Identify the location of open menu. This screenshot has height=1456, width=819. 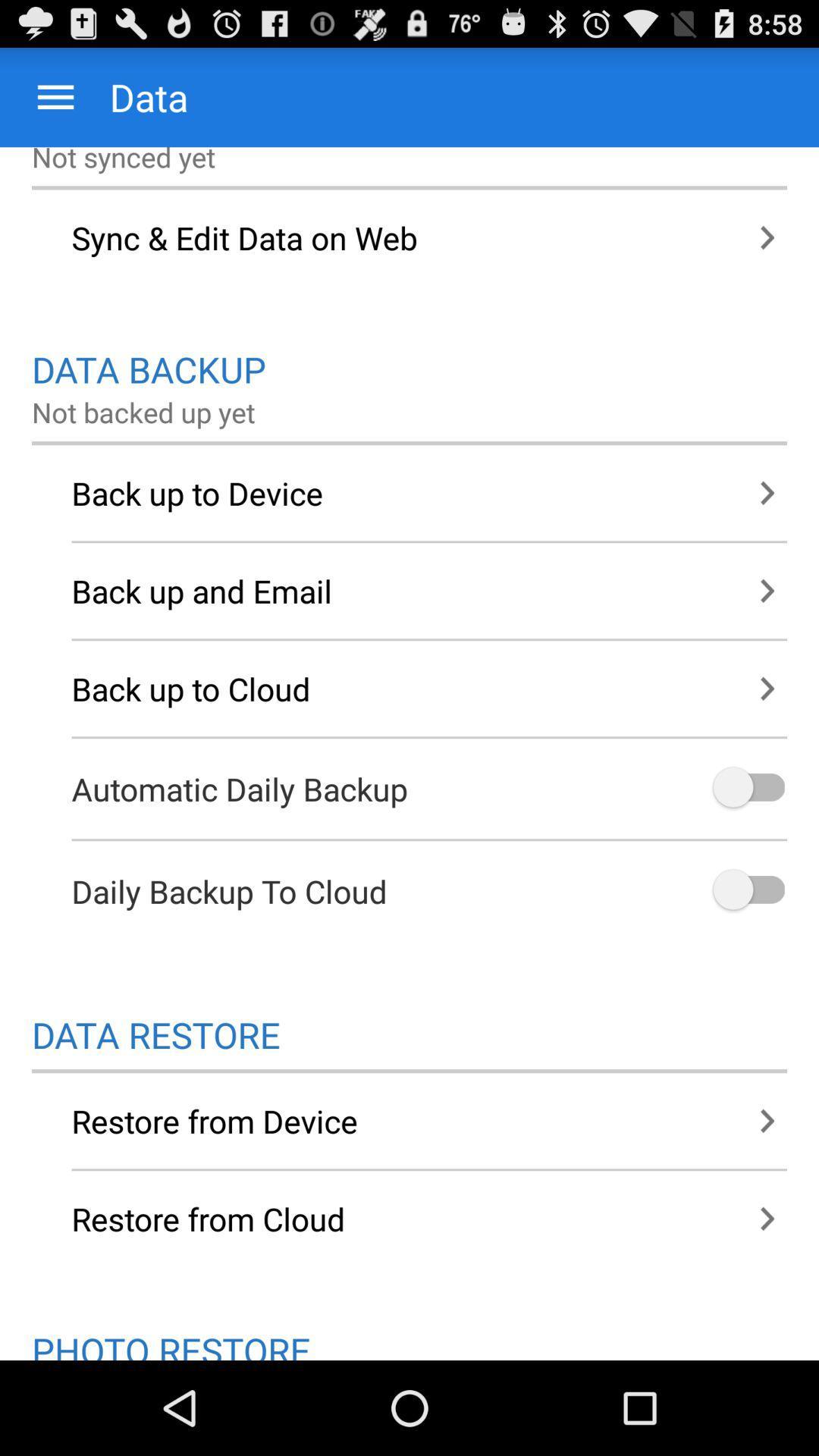
(55, 96).